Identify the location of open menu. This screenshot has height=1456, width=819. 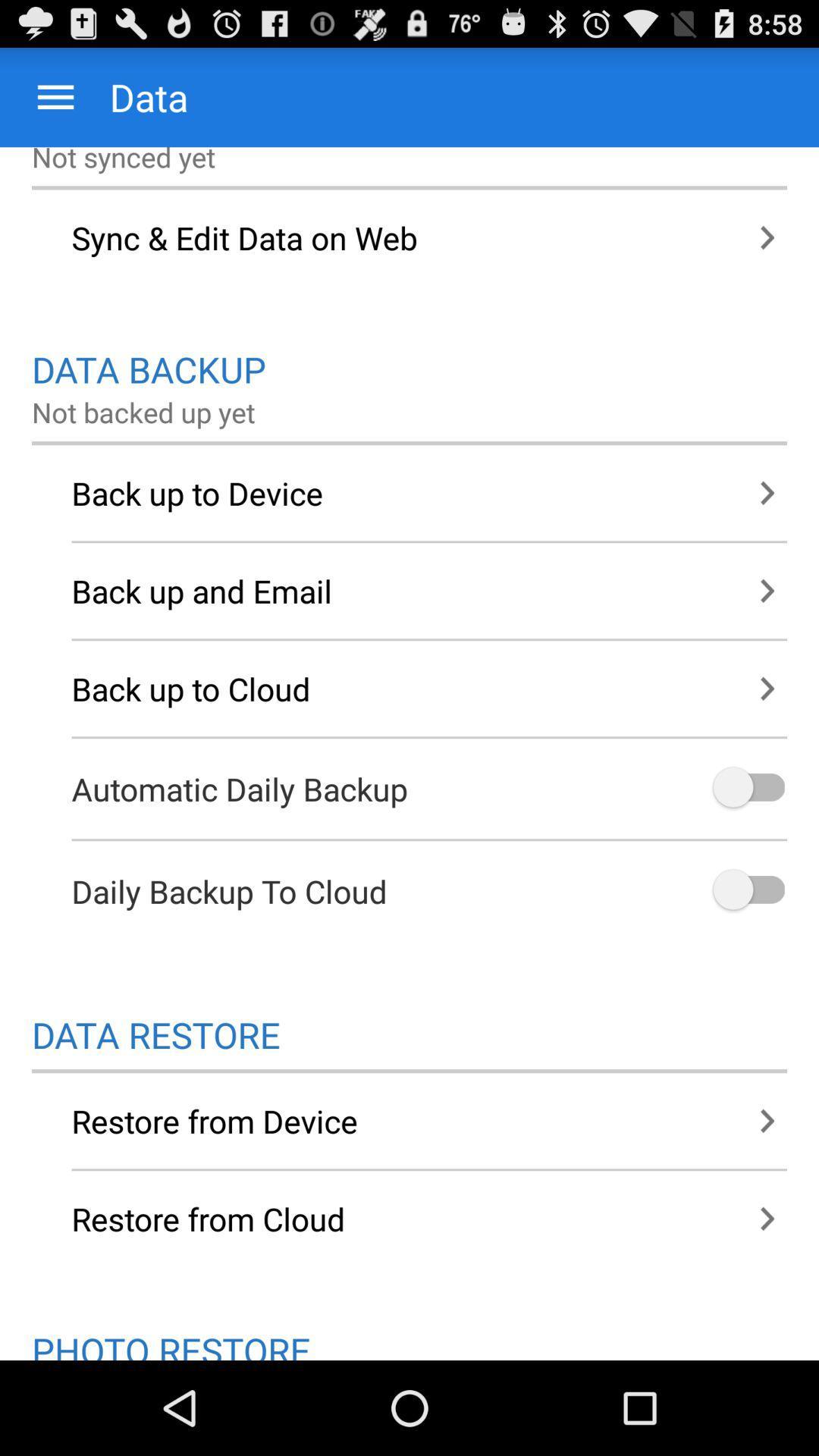
(55, 96).